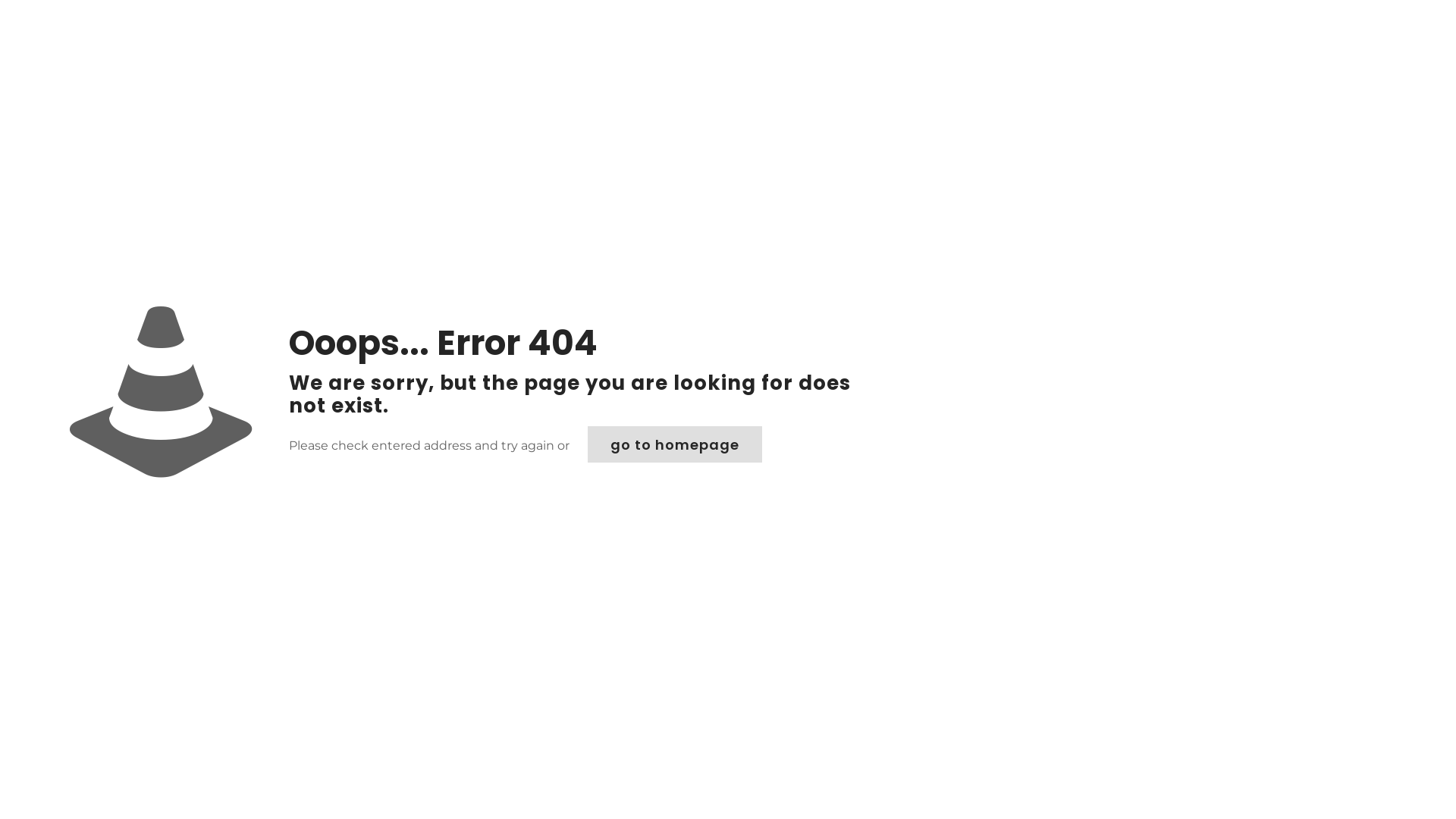 Image resolution: width=1456 pixels, height=819 pixels. What do you see at coordinates (673, 444) in the screenshot?
I see `'go to homepage'` at bounding box center [673, 444].